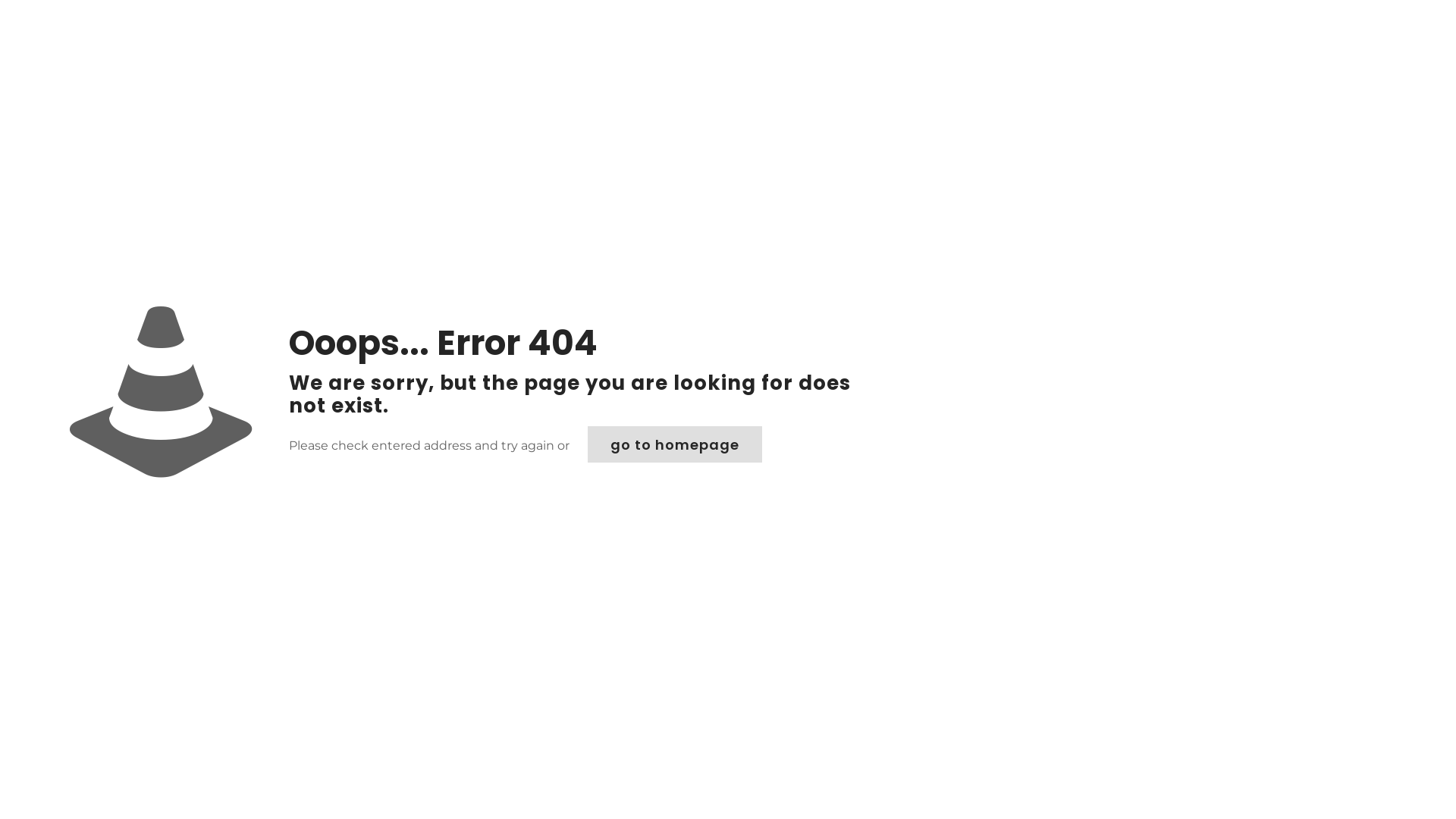 Image resolution: width=1456 pixels, height=819 pixels. What do you see at coordinates (673, 444) in the screenshot?
I see `'go to homepage'` at bounding box center [673, 444].